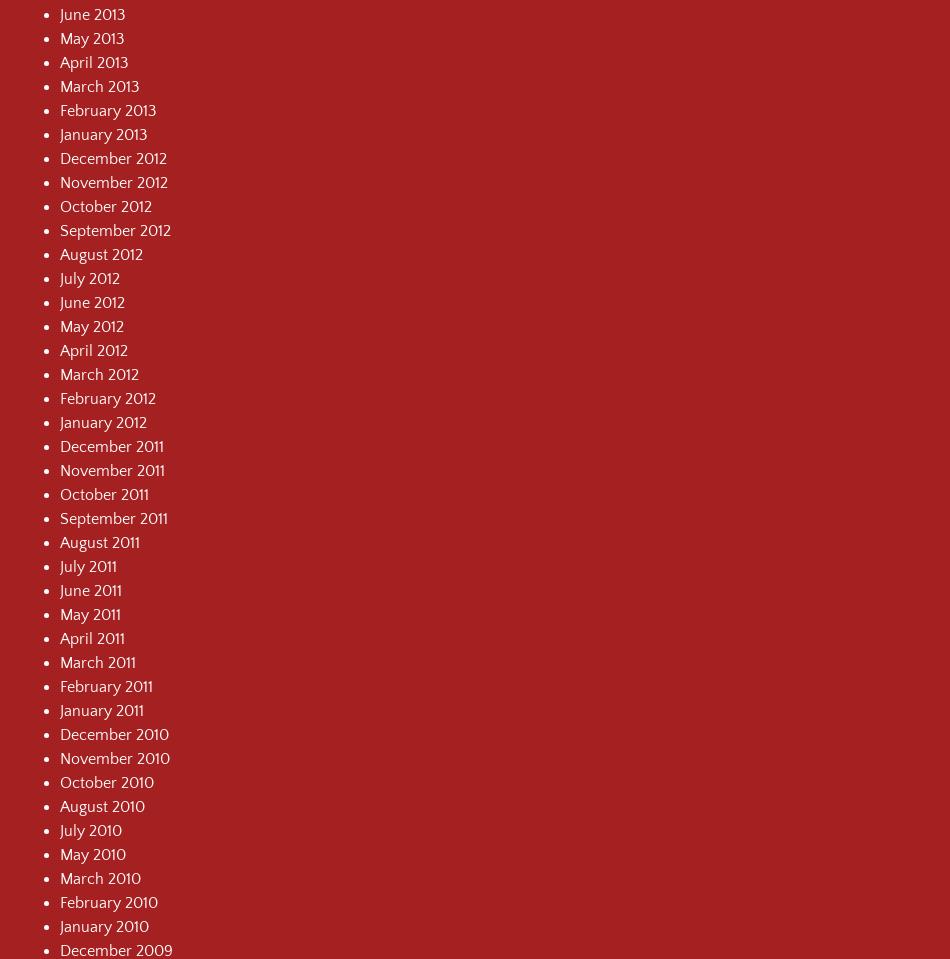 This screenshot has width=950, height=959. What do you see at coordinates (114, 733) in the screenshot?
I see `'December 2010'` at bounding box center [114, 733].